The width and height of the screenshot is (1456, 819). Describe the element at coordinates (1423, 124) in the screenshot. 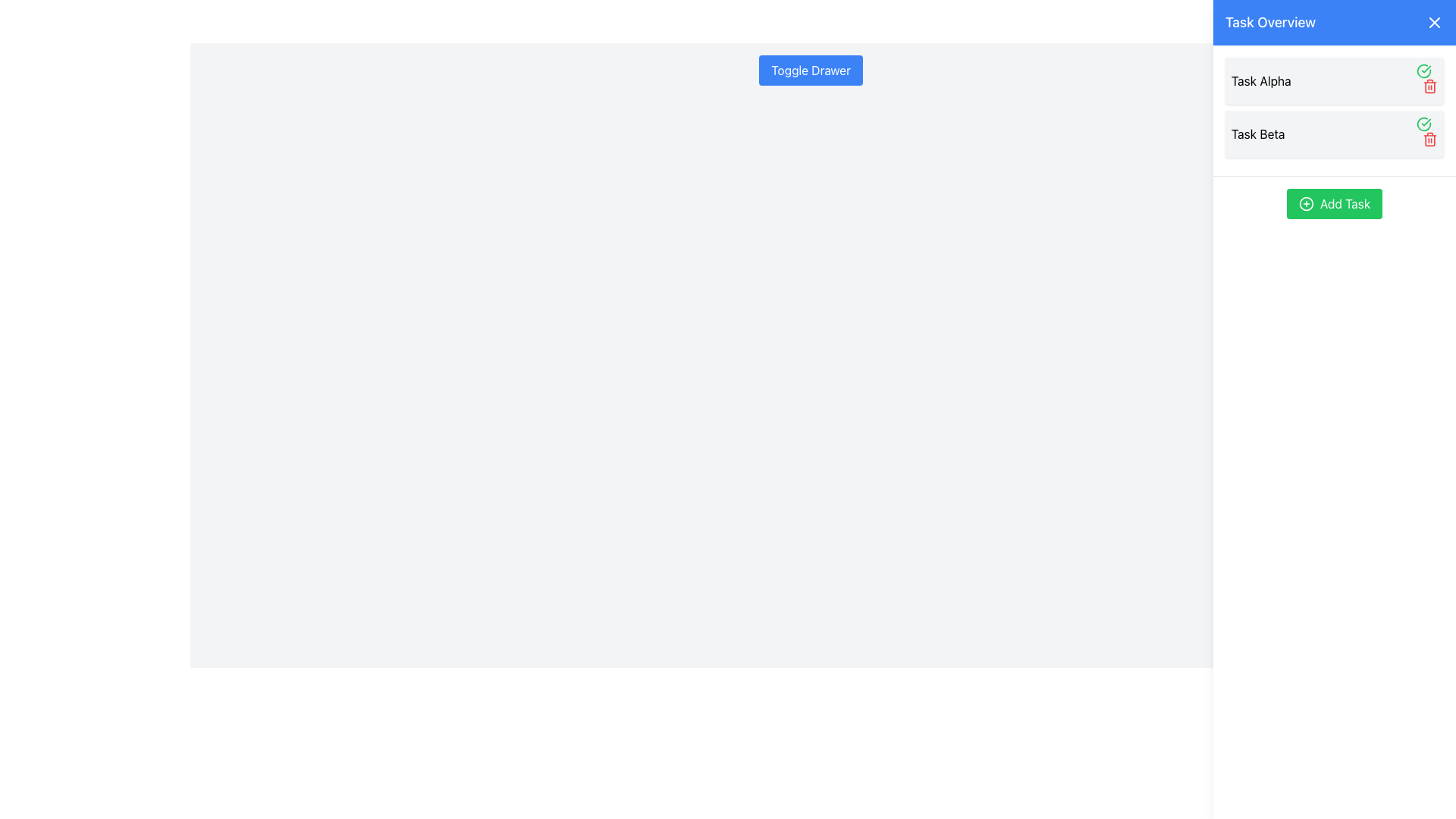

I see `the status indicator icon located to the right of the 'Task Beta' label to mark the task as complete` at that location.